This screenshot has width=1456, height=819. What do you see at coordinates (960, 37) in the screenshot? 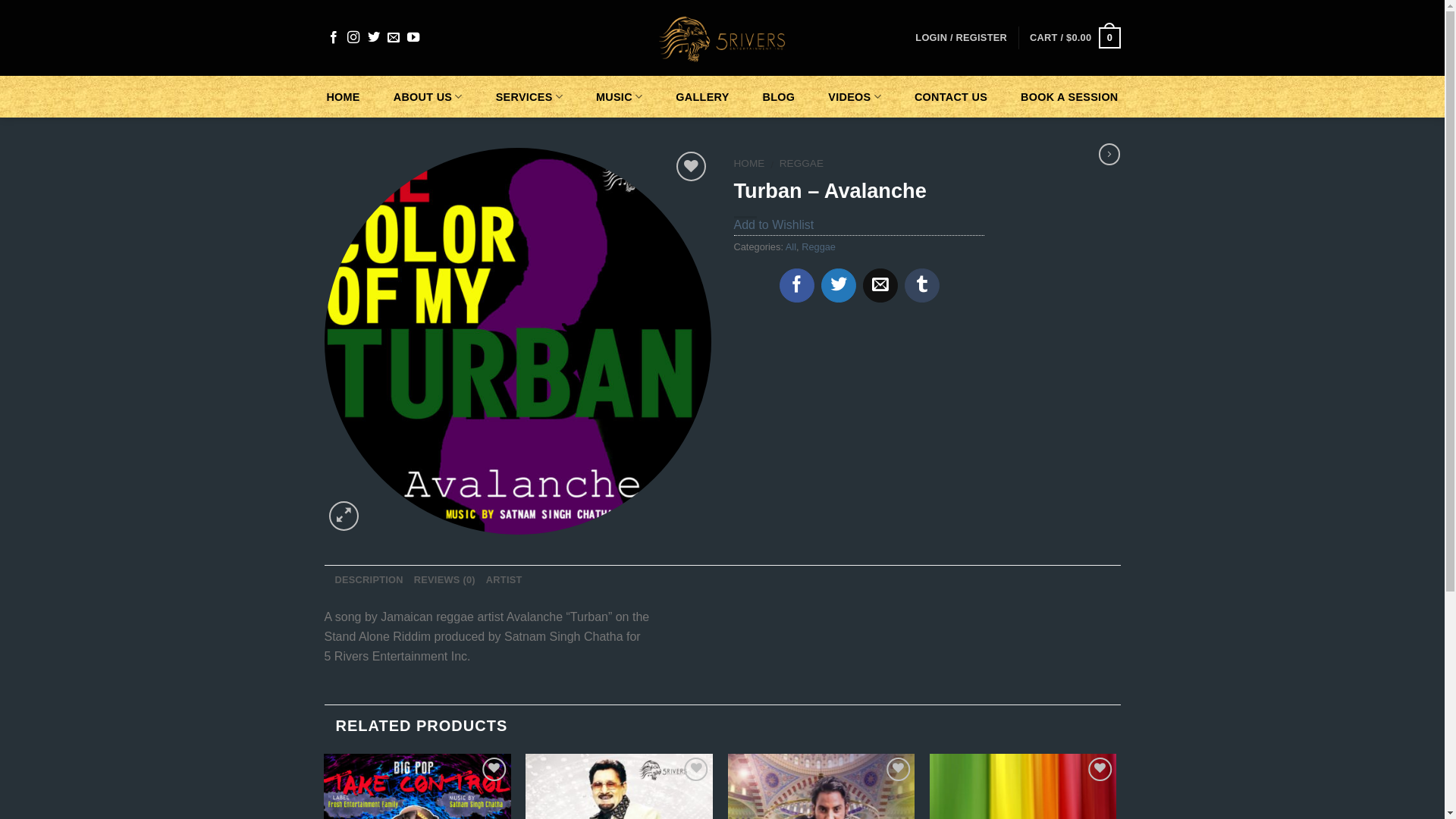
I see `'LOGIN / REGISTER'` at bounding box center [960, 37].